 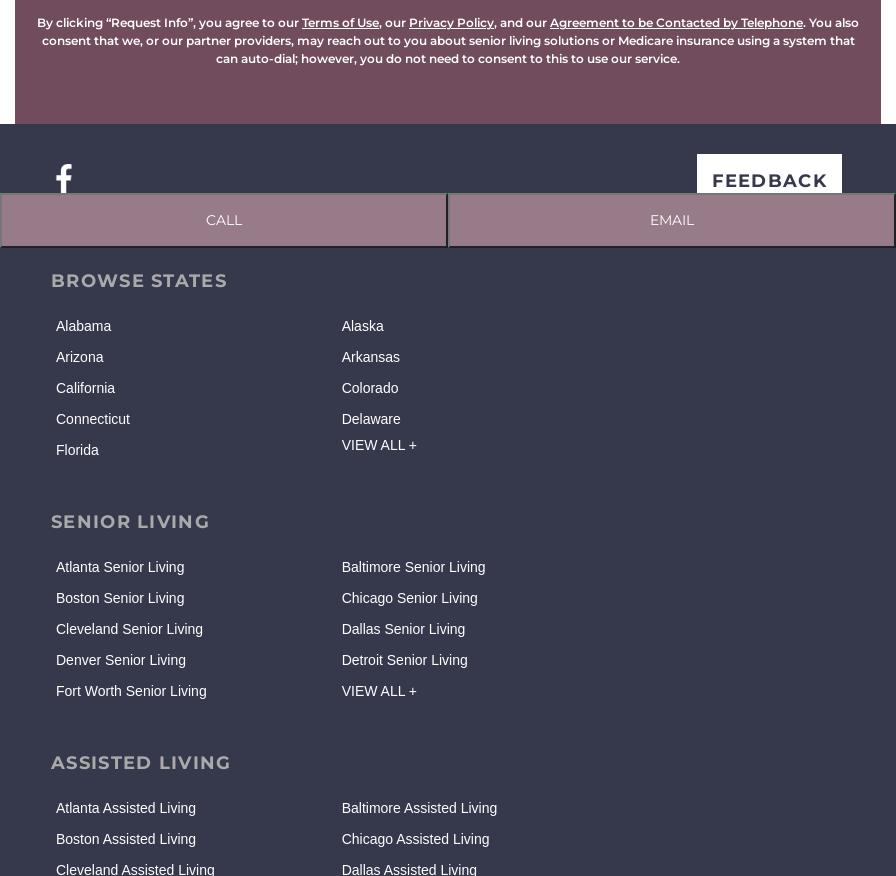 I want to click on 'Dallas Senior Living', so click(x=341, y=628).